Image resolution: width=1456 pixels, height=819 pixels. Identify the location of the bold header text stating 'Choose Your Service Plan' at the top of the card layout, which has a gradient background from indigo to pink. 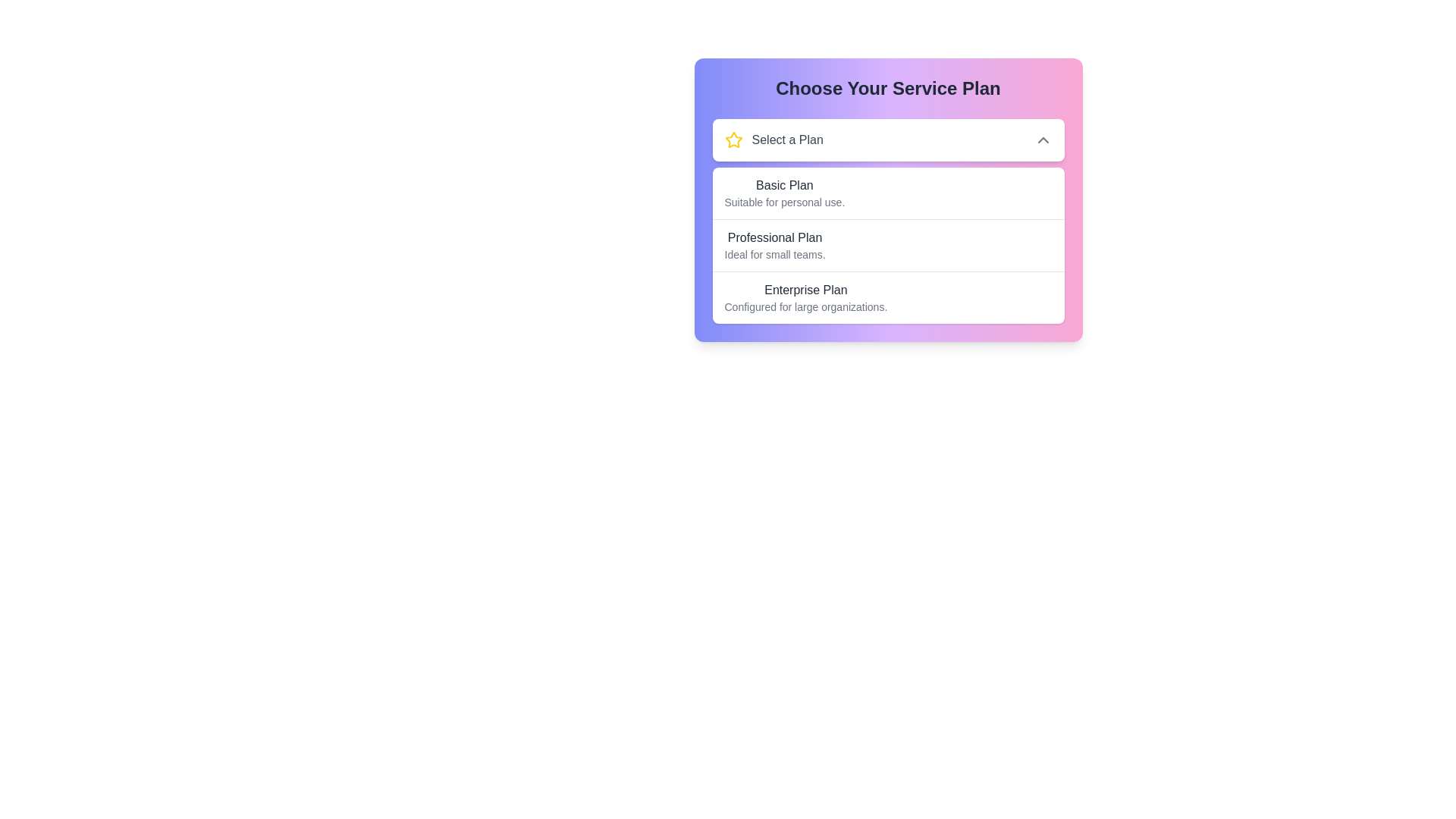
(888, 88).